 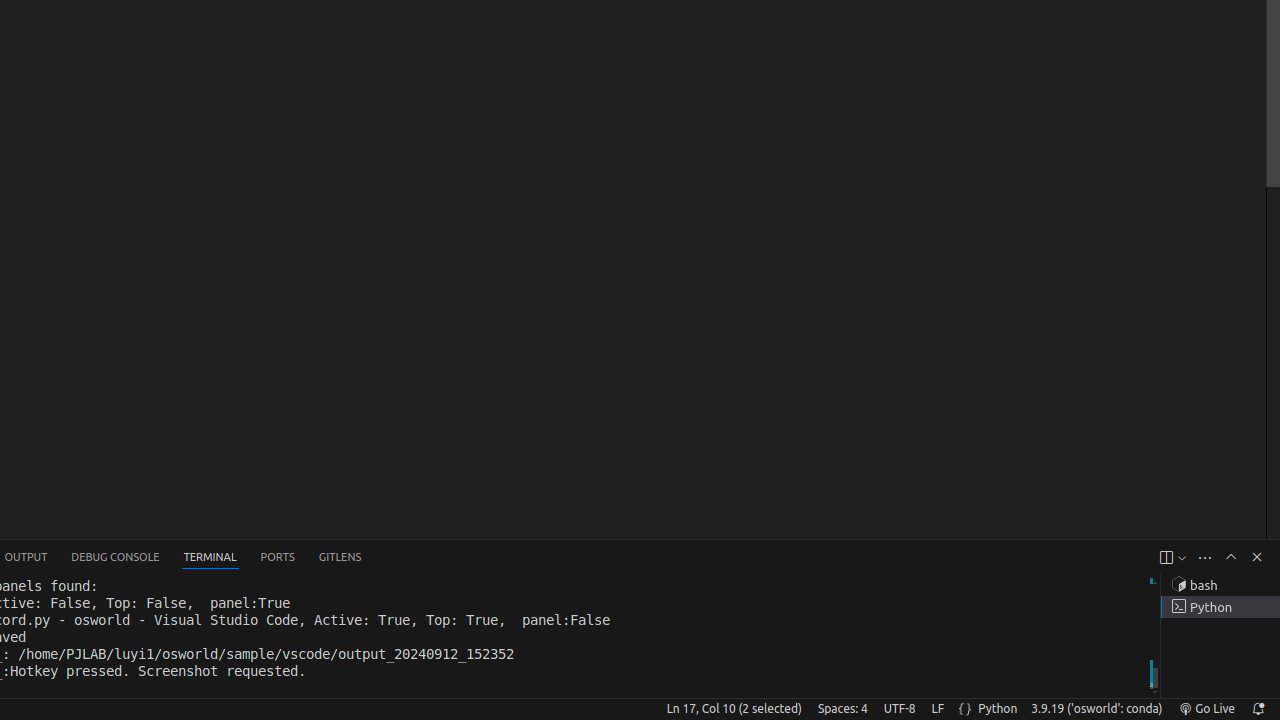 I want to click on 'Debug Console (Ctrl+Shift+Y)', so click(x=114, y=557).